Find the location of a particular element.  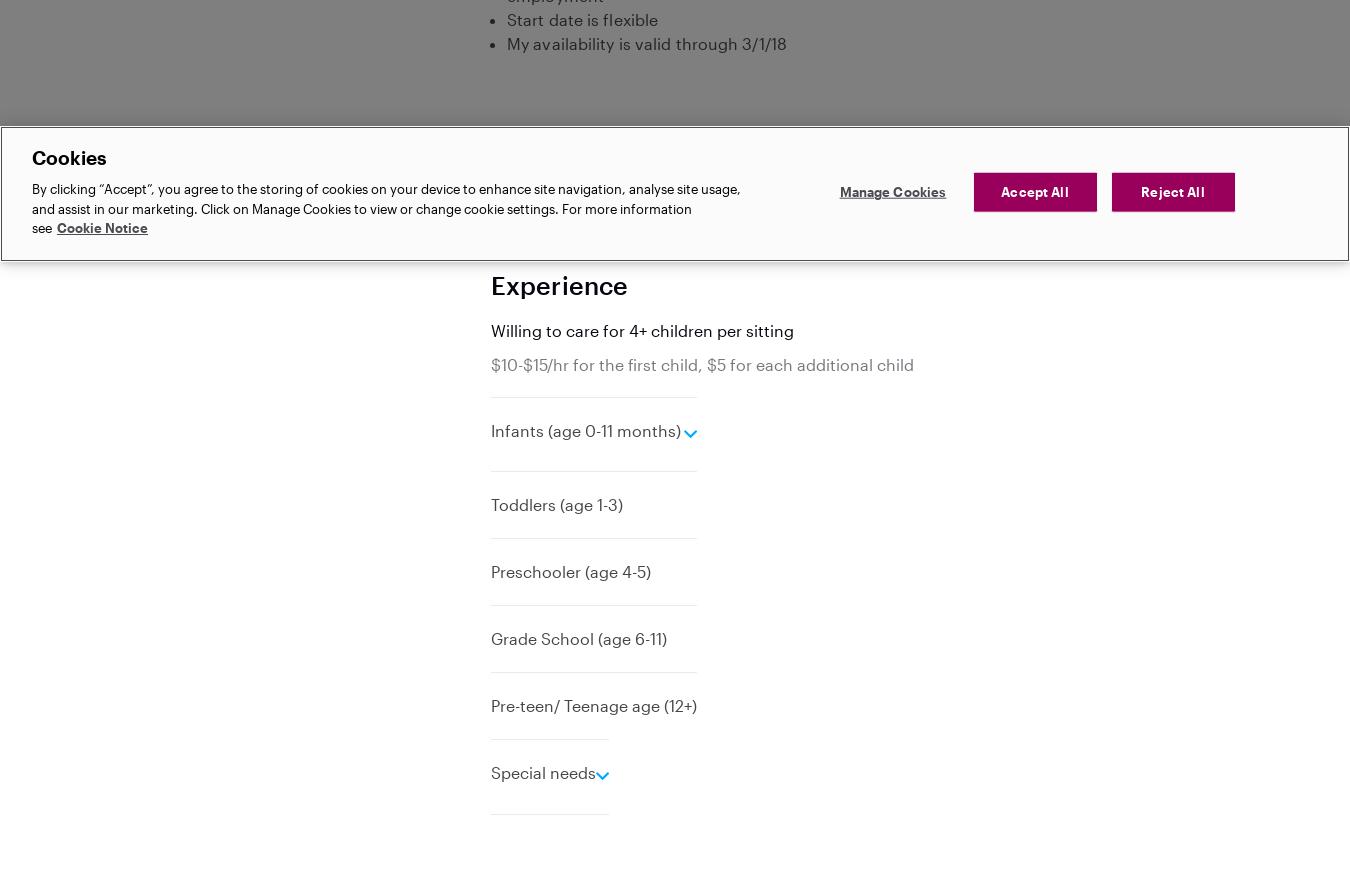

'My availability is valid through 3/1/18' is located at coordinates (646, 42).